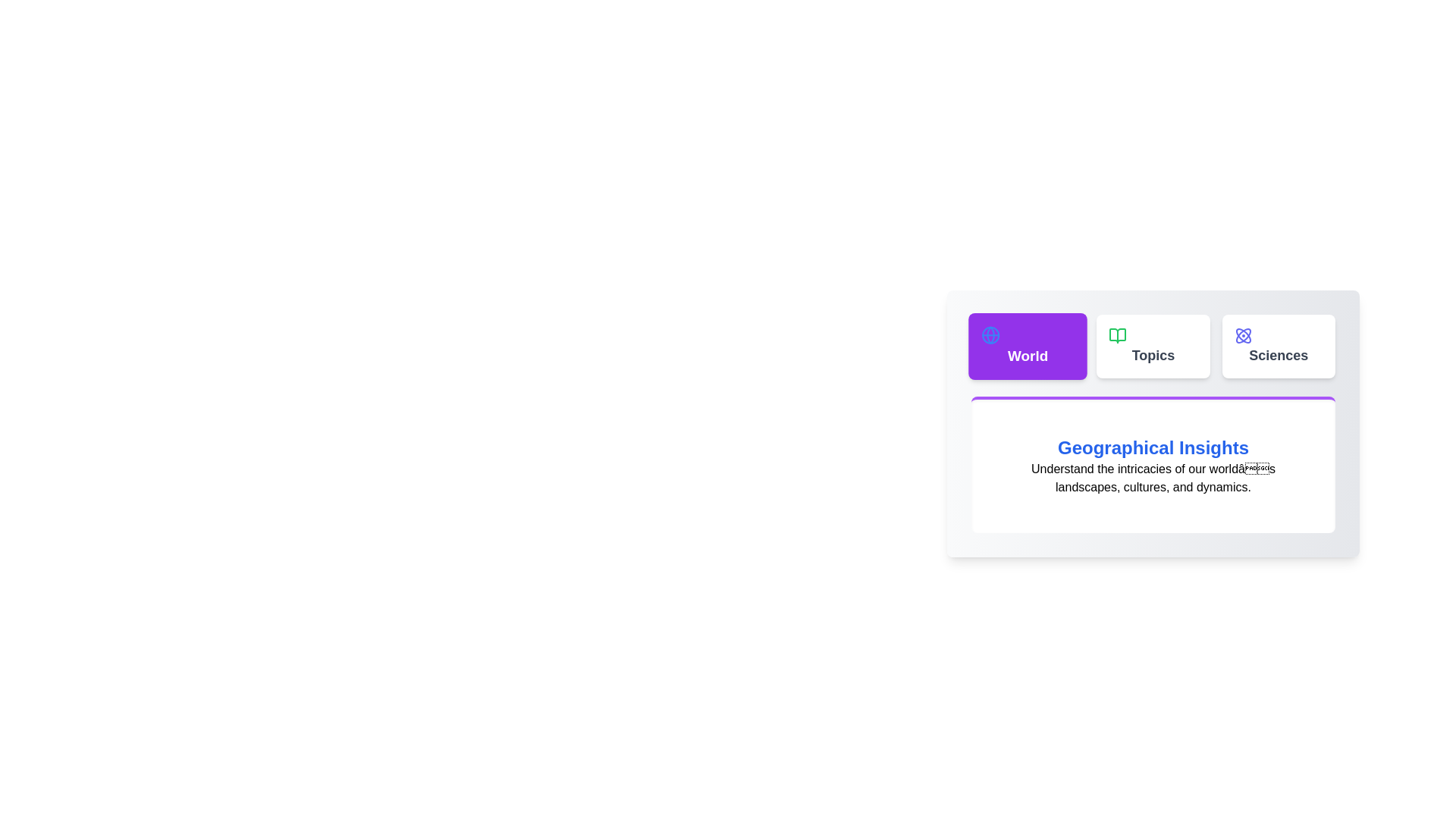 The height and width of the screenshot is (819, 1456). What do you see at coordinates (1278, 346) in the screenshot?
I see `the tab labeled Sciences to preview its interaction` at bounding box center [1278, 346].